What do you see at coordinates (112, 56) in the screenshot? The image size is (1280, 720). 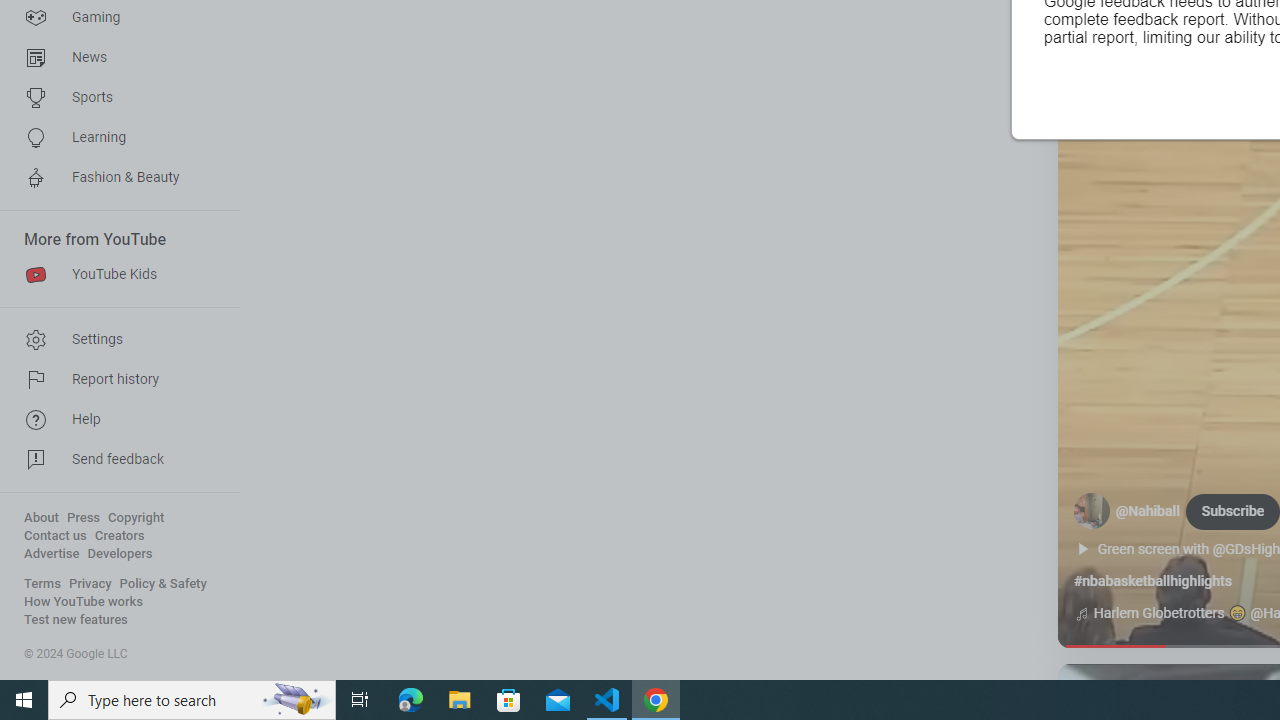 I see `'News'` at bounding box center [112, 56].